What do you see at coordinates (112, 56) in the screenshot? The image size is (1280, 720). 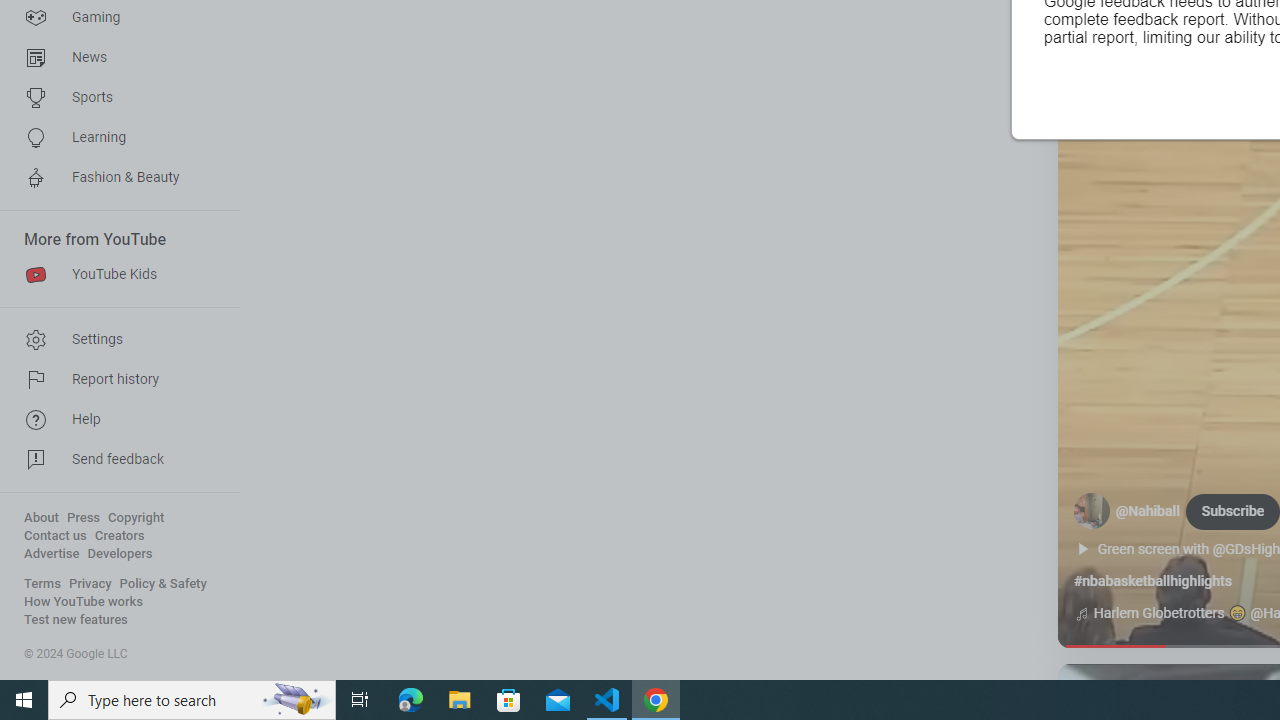 I see `'News'` at bounding box center [112, 56].